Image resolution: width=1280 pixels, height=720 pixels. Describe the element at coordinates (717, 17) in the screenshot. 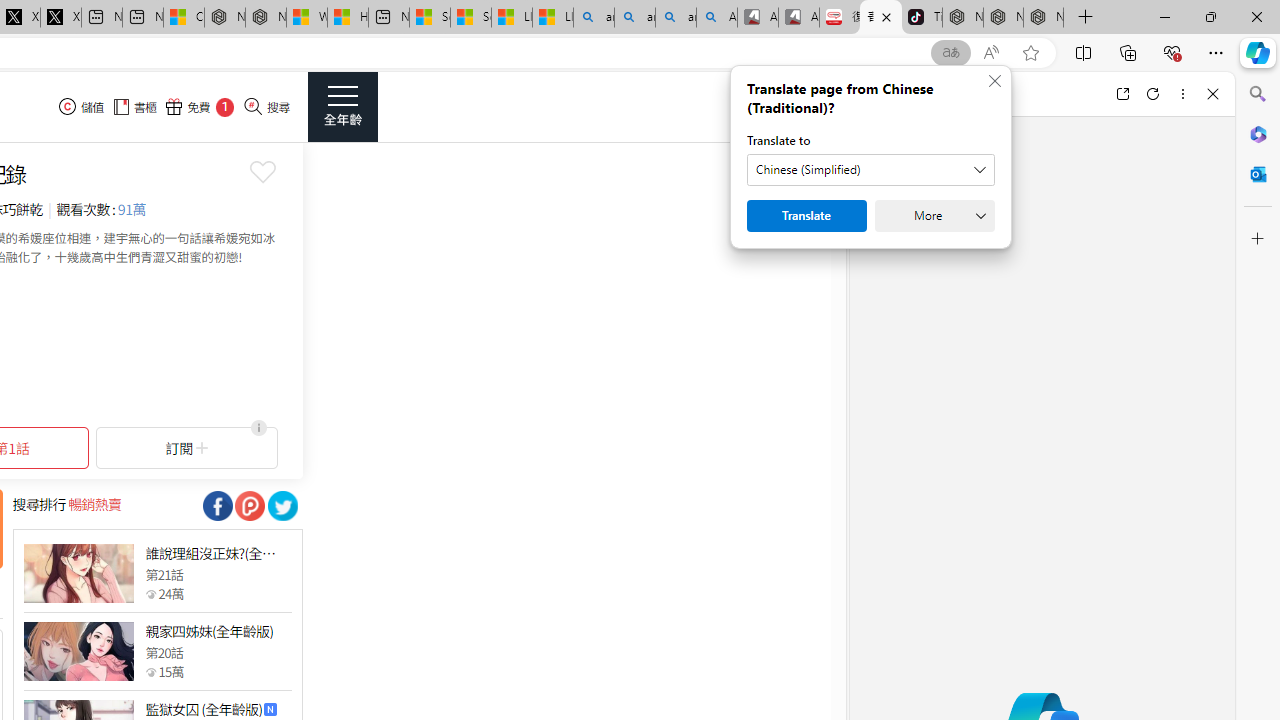

I see `'Amazon Echo Robot - Search Images'` at that location.